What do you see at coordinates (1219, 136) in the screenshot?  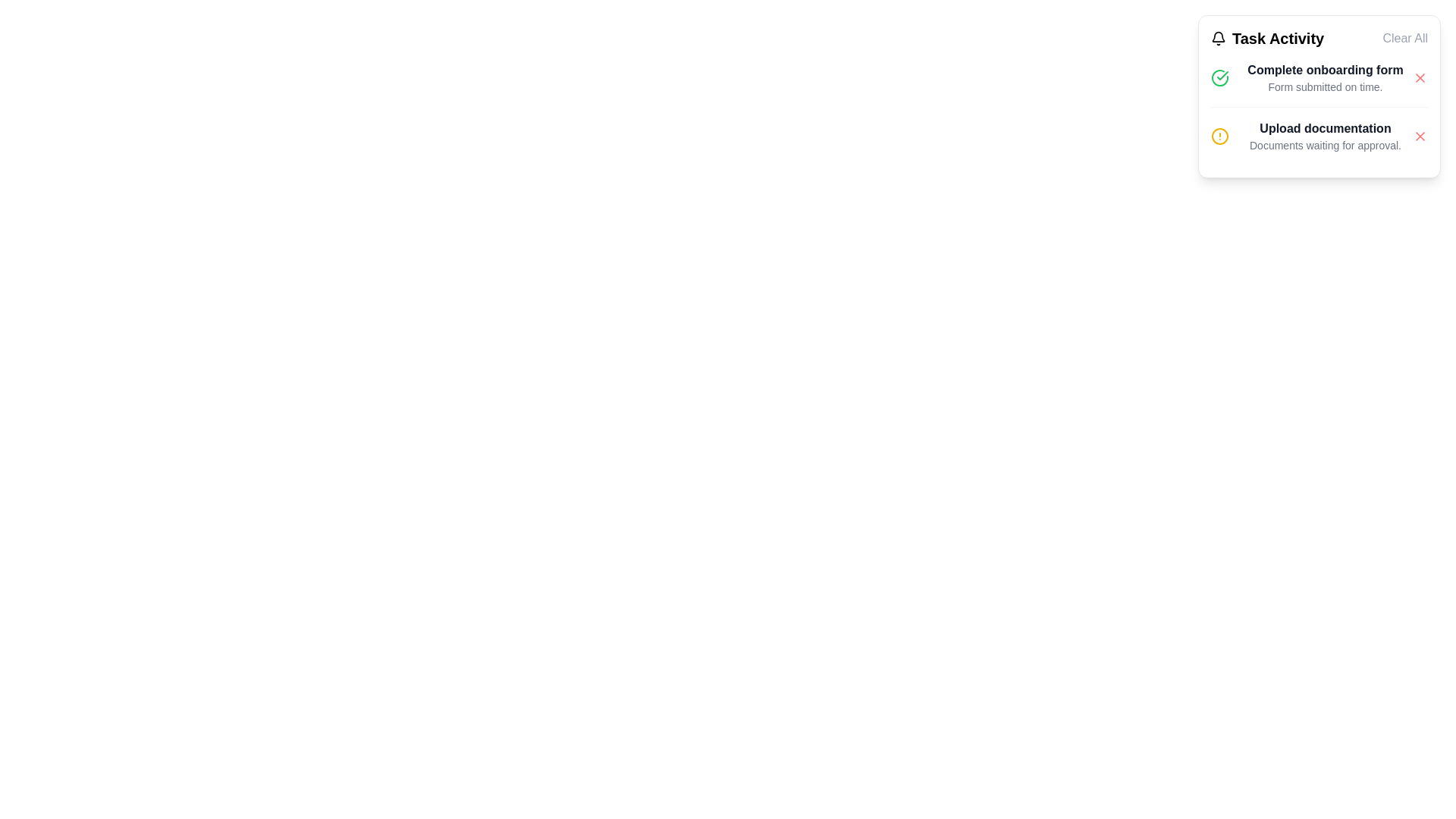 I see `the yellow circular SVG graphical element that indicates warning or alert messages, located next to the 'Upload documentation' text in the right-hand notification panel` at bounding box center [1219, 136].